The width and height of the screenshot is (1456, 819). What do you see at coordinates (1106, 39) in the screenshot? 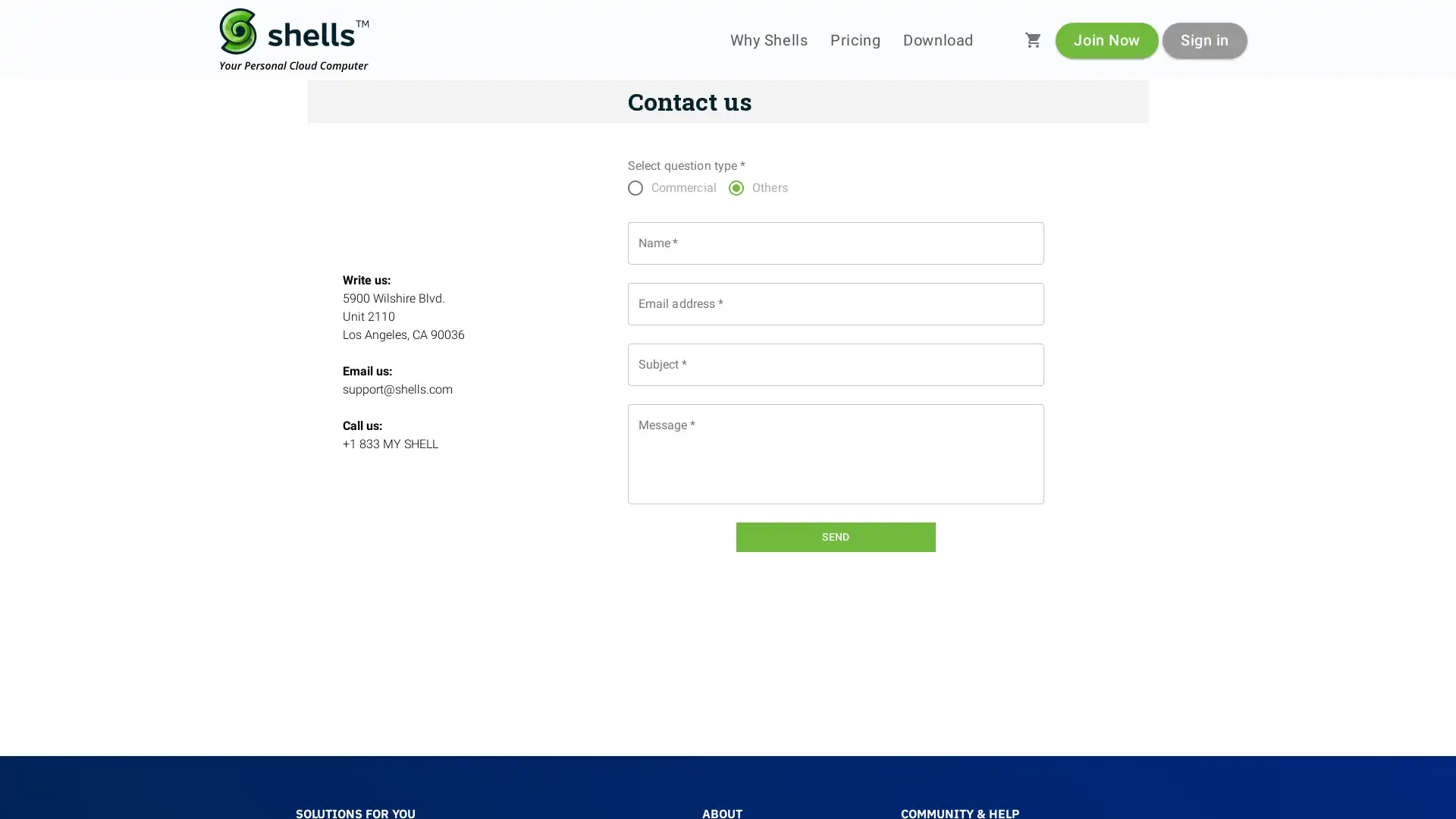
I see `Join Now` at bounding box center [1106, 39].